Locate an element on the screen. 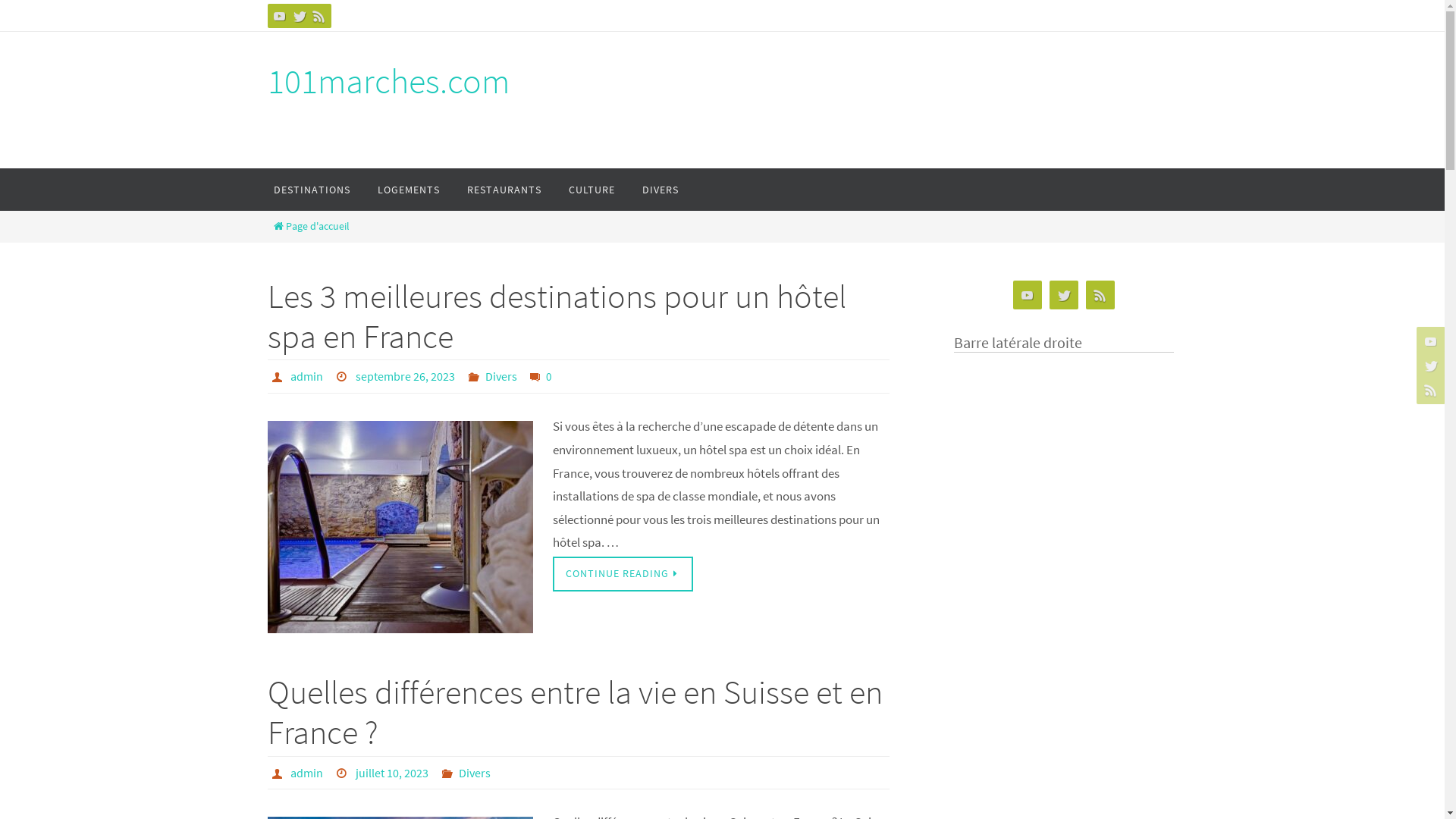  'DIVERS' is located at coordinates (659, 189).